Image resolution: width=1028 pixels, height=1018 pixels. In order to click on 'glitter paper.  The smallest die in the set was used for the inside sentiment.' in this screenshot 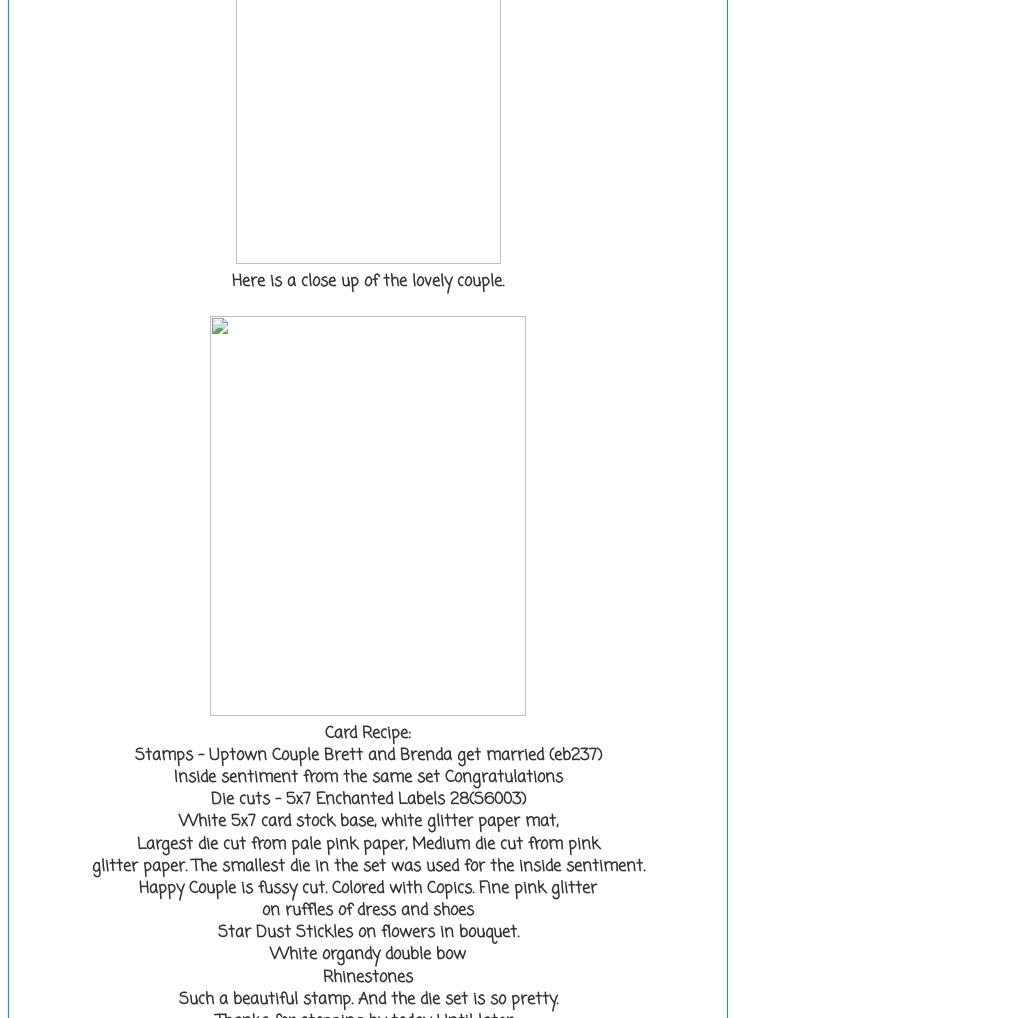, I will do `click(366, 866)`.